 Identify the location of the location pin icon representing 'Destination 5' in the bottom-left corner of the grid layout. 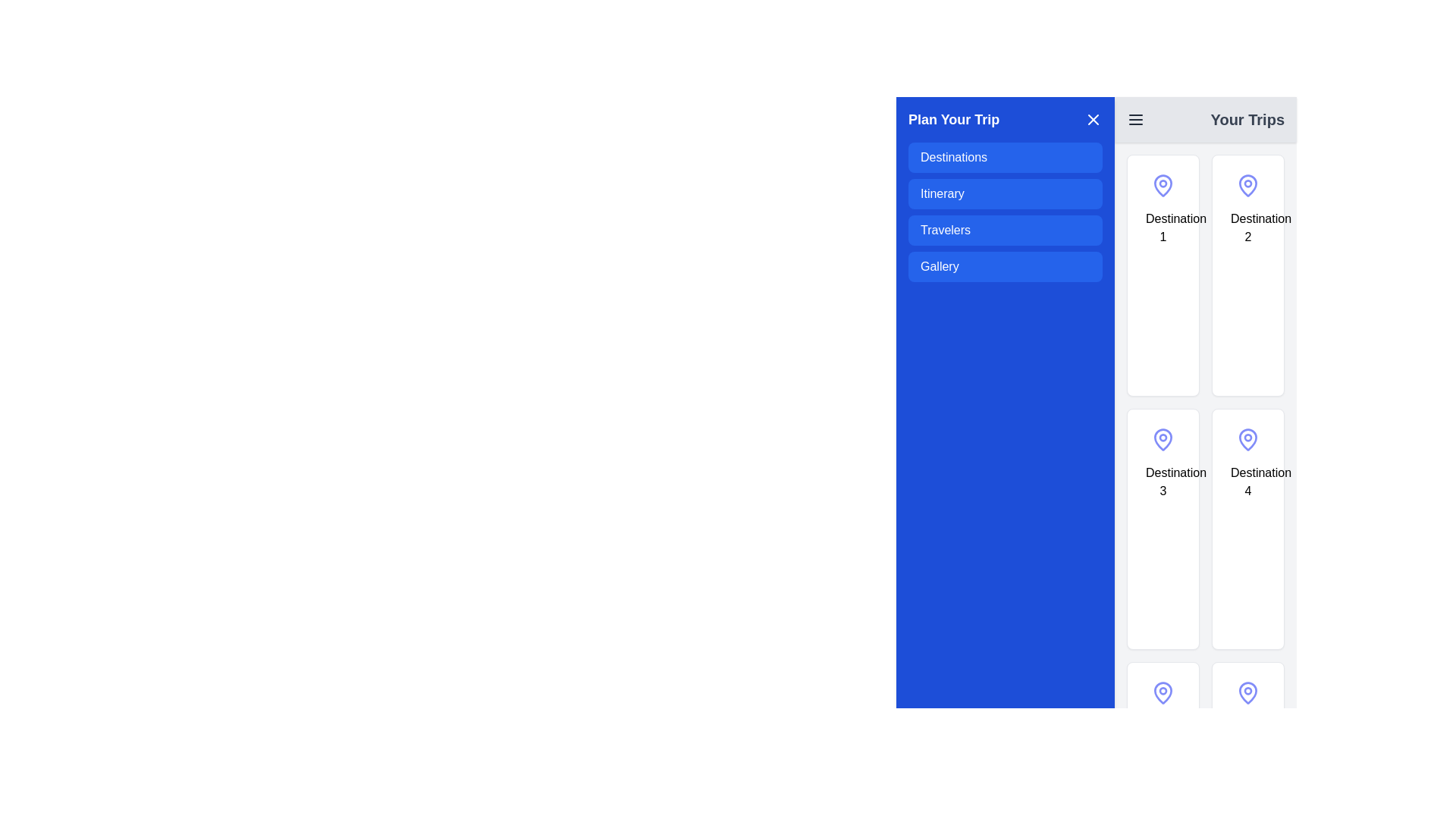
(1163, 693).